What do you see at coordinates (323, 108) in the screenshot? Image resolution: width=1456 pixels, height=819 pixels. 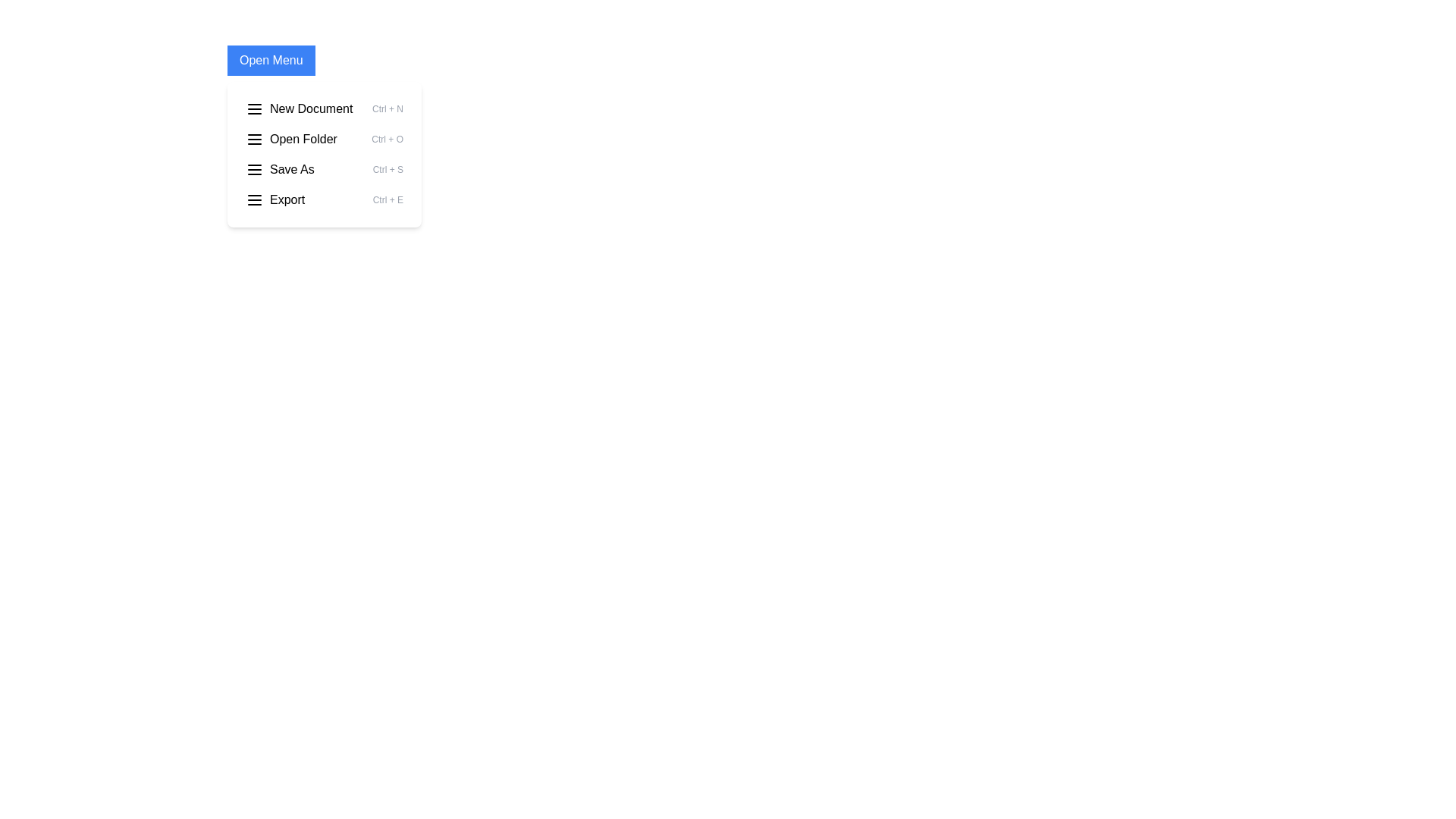 I see `the 'Create New Document' list item located directly below the 'Open Menu' button in the drop-down menu` at bounding box center [323, 108].